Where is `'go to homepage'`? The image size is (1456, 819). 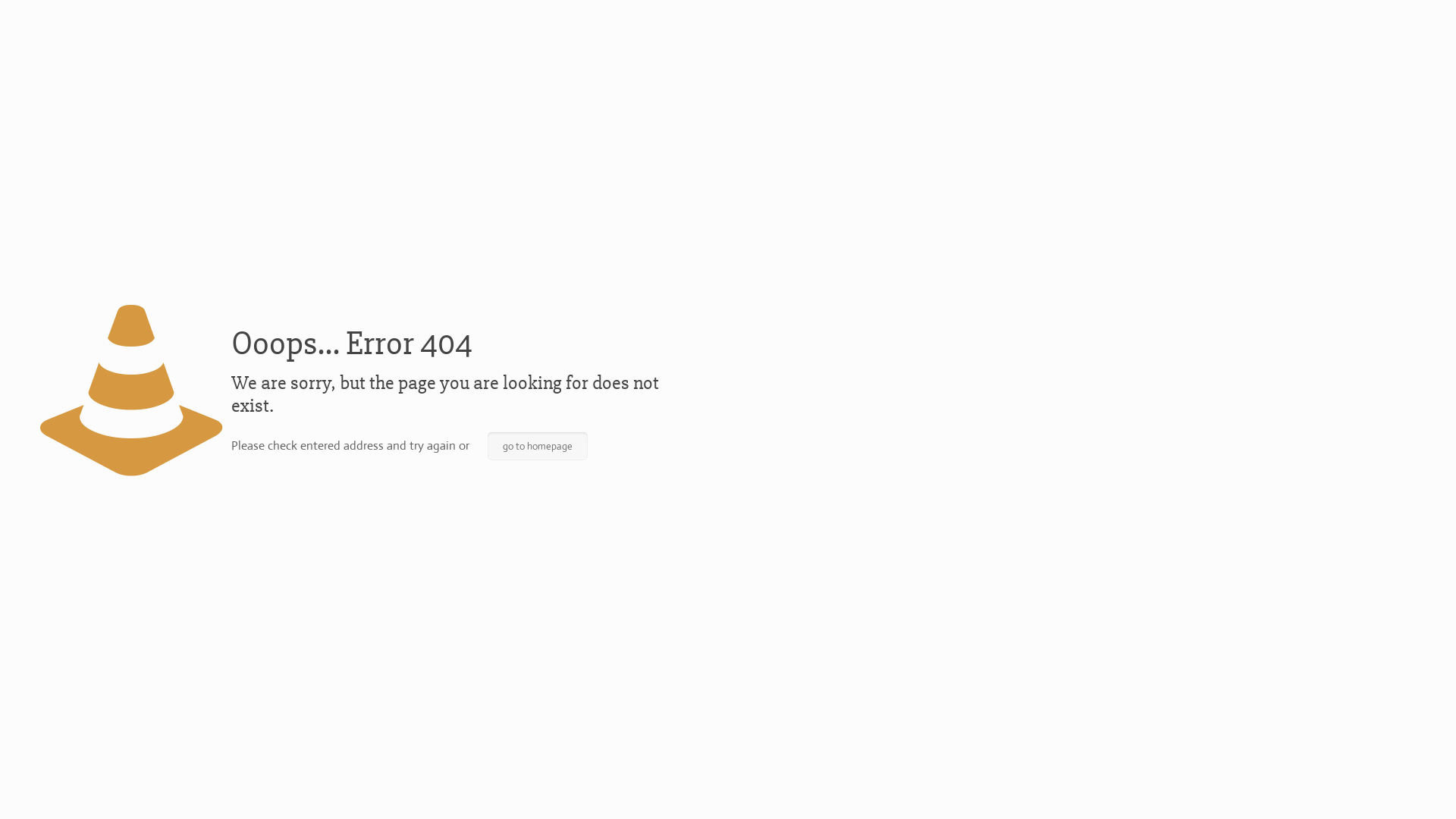 'go to homepage' is located at coordinates (537, 445).